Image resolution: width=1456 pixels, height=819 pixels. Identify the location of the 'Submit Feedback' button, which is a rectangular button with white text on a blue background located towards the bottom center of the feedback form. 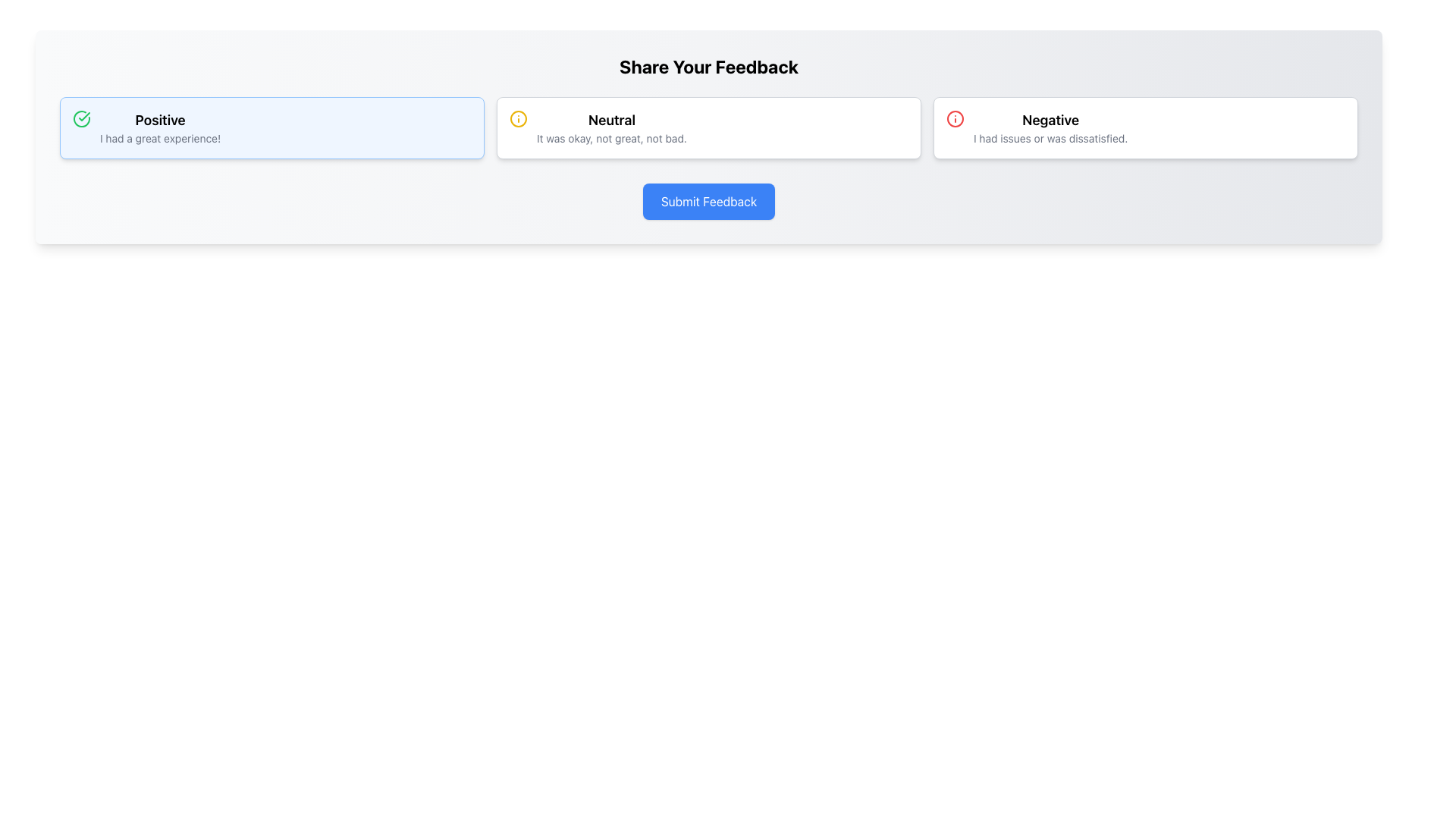
(708, 201).